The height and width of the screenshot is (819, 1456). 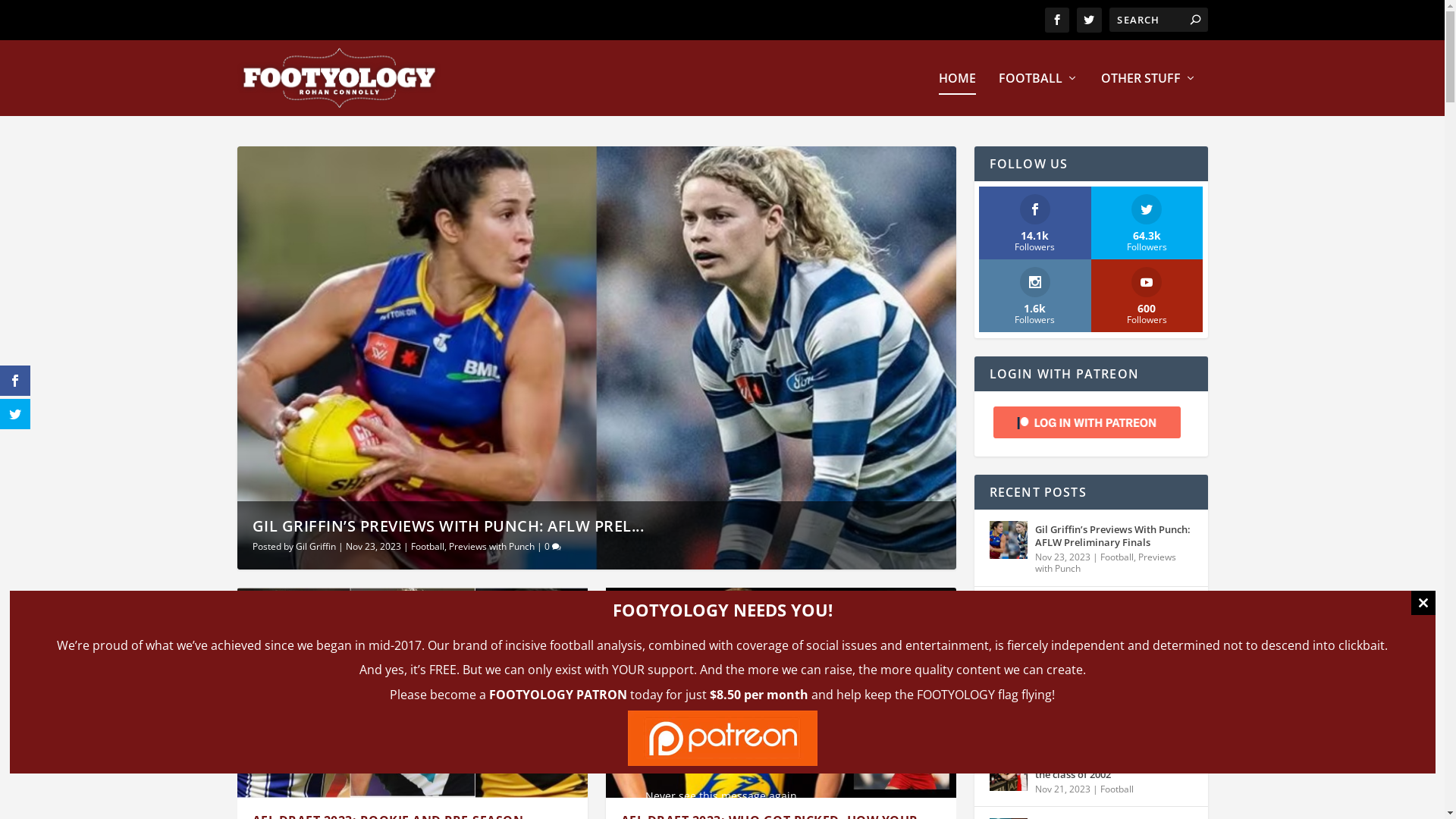 What do you see at coordinates (1008, 772) in the screenshot?
I see `'Footyology Redraft: Revisiting the class of 2002'` at bounding box center [1008, 772].